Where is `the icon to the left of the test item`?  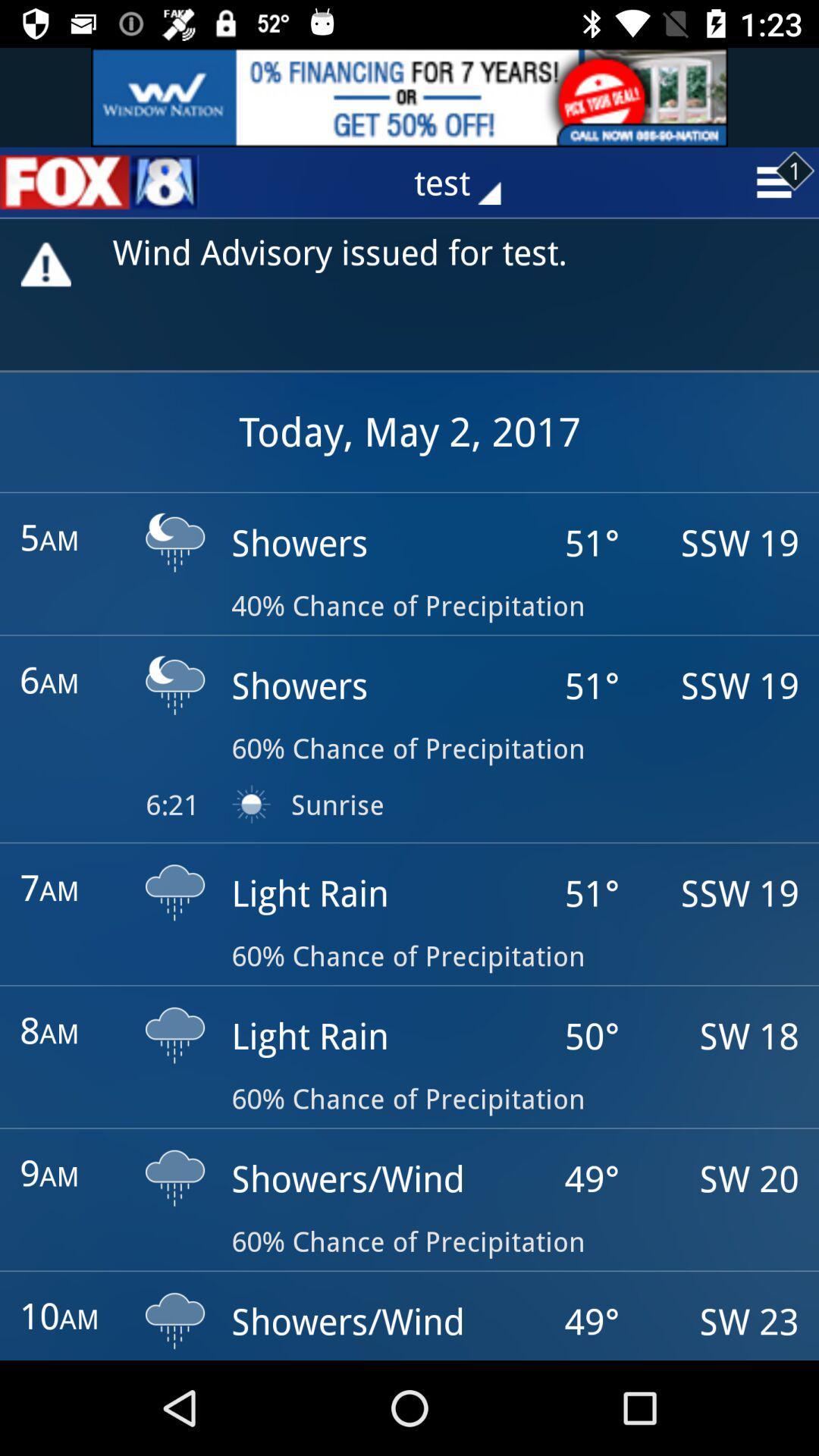
the icon to the left of the test item is located at coordinates (99, 182).